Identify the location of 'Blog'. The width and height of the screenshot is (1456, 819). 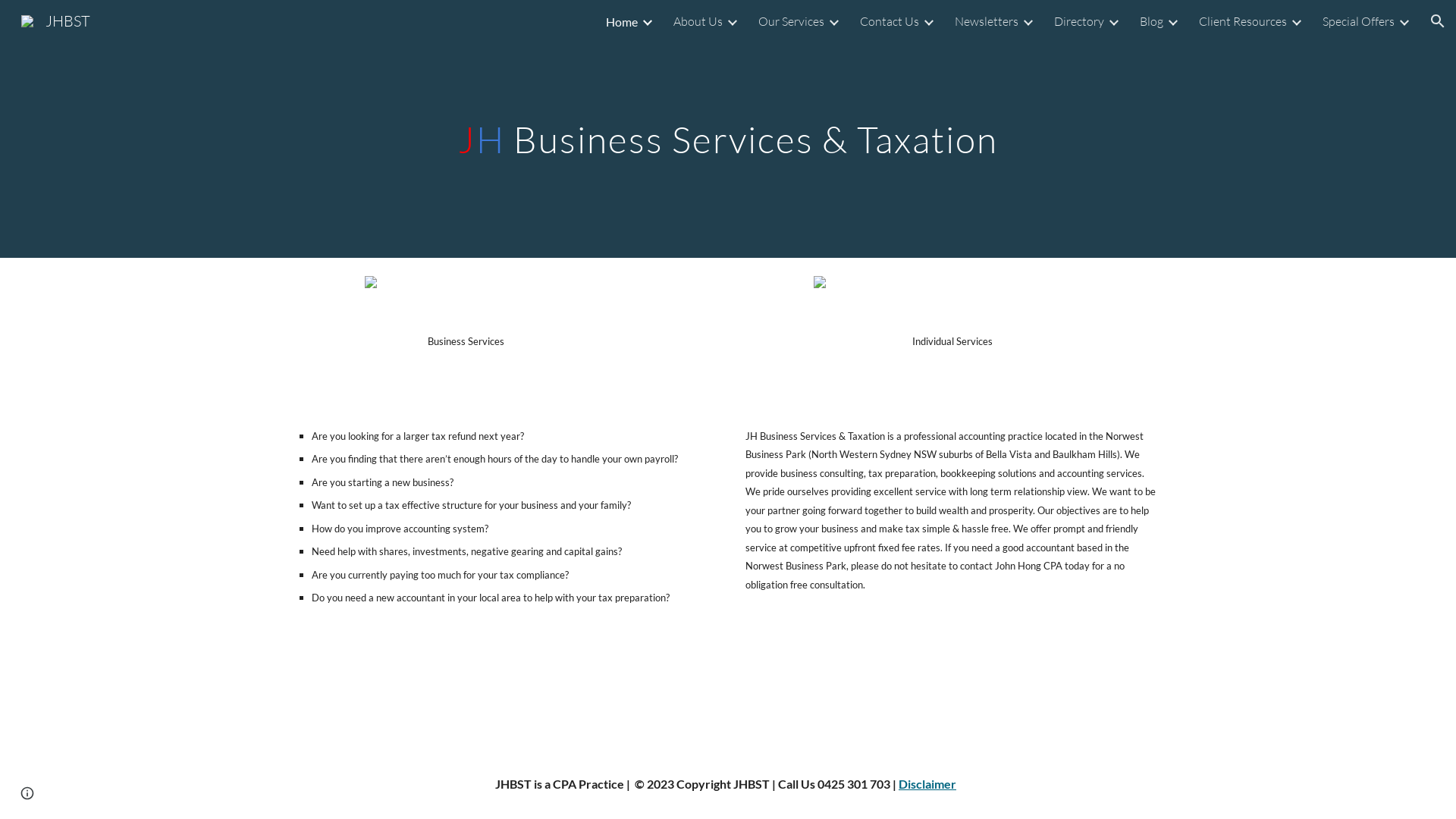
(1151, 20).